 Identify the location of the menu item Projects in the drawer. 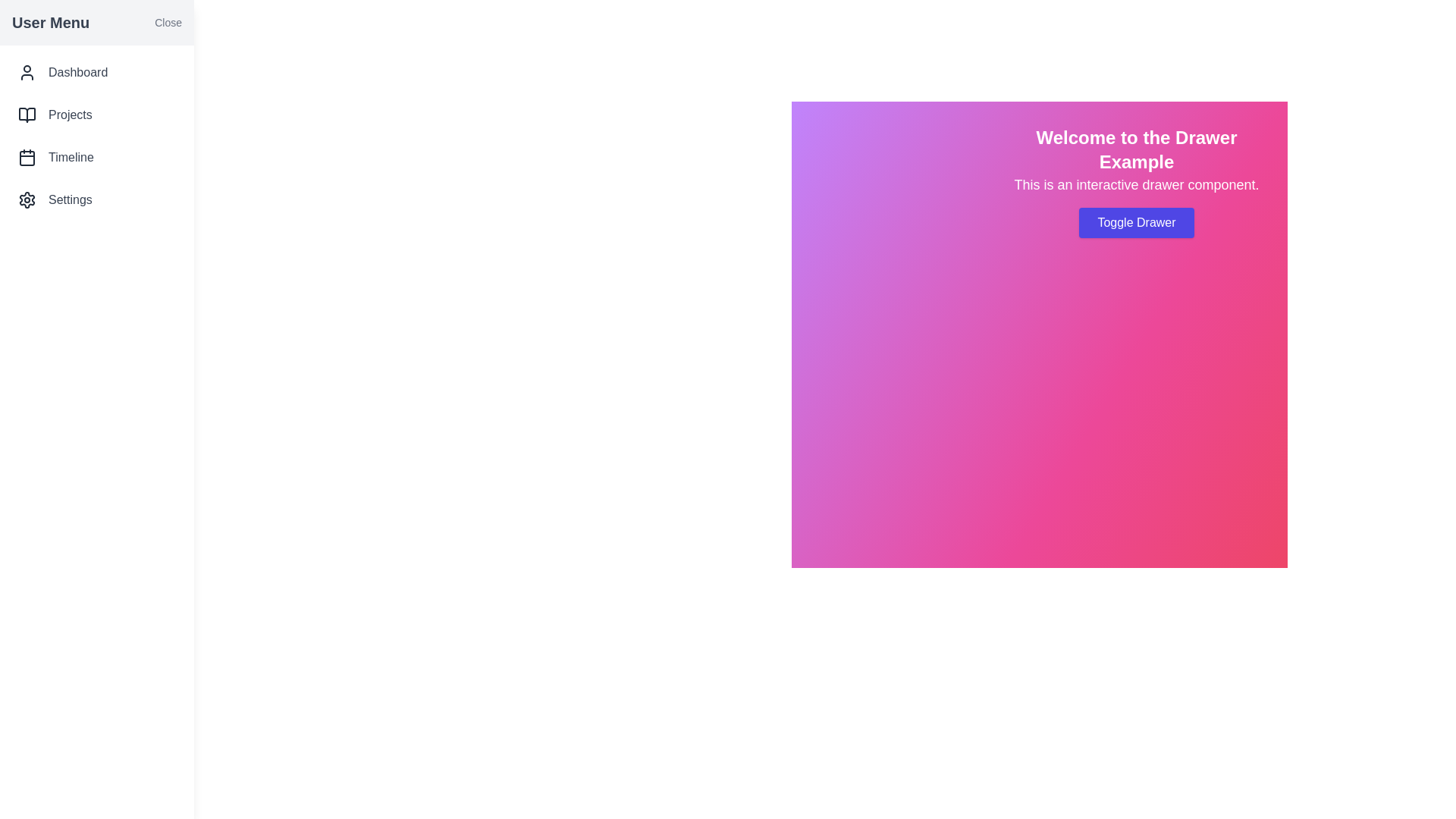
(96, 114).